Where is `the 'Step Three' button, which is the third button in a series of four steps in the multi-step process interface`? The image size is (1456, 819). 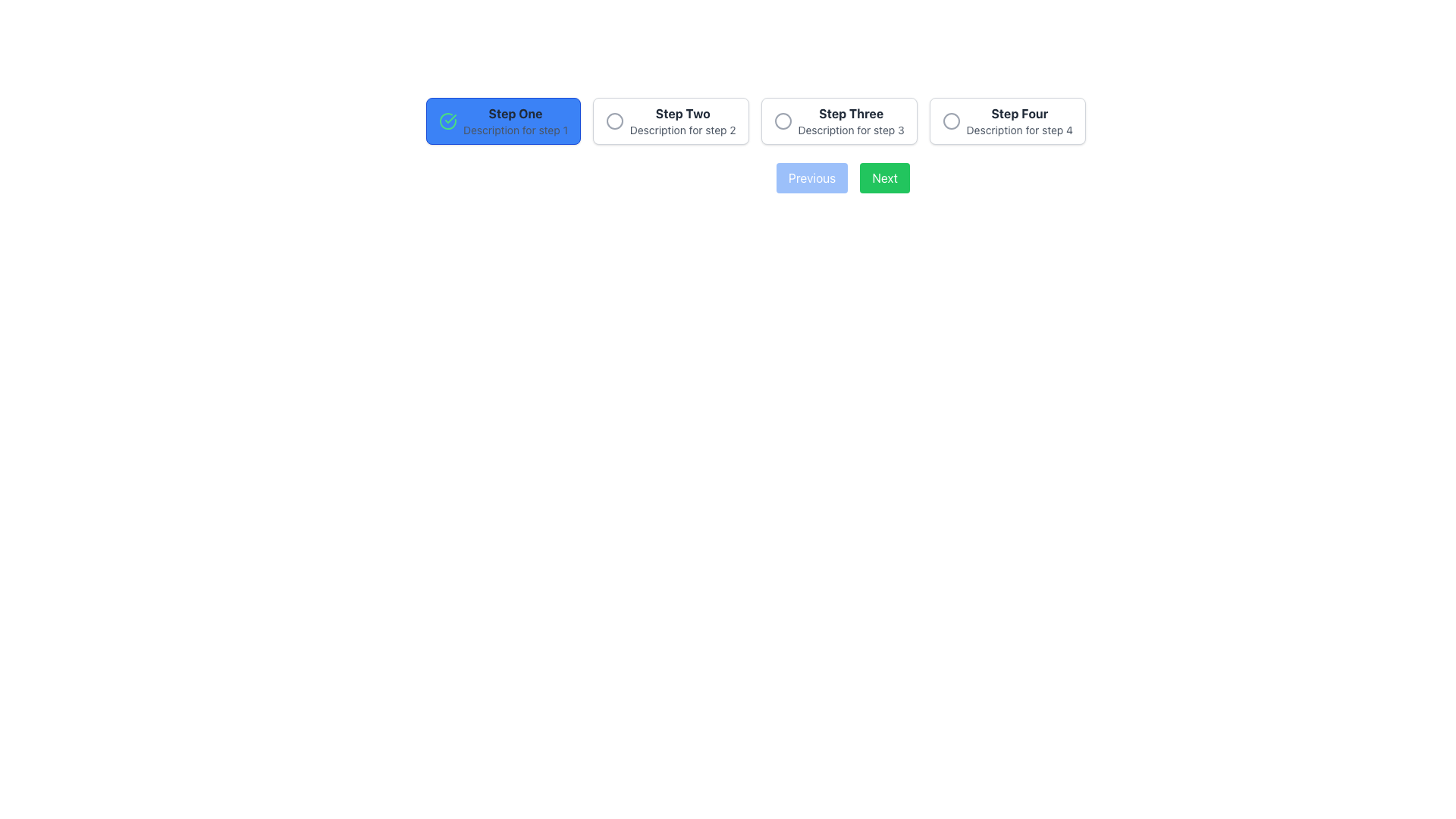
the 'Step Three' button, which is the third button in a series of four steps in the multi-step process interface is located at coordinates (838, 120).